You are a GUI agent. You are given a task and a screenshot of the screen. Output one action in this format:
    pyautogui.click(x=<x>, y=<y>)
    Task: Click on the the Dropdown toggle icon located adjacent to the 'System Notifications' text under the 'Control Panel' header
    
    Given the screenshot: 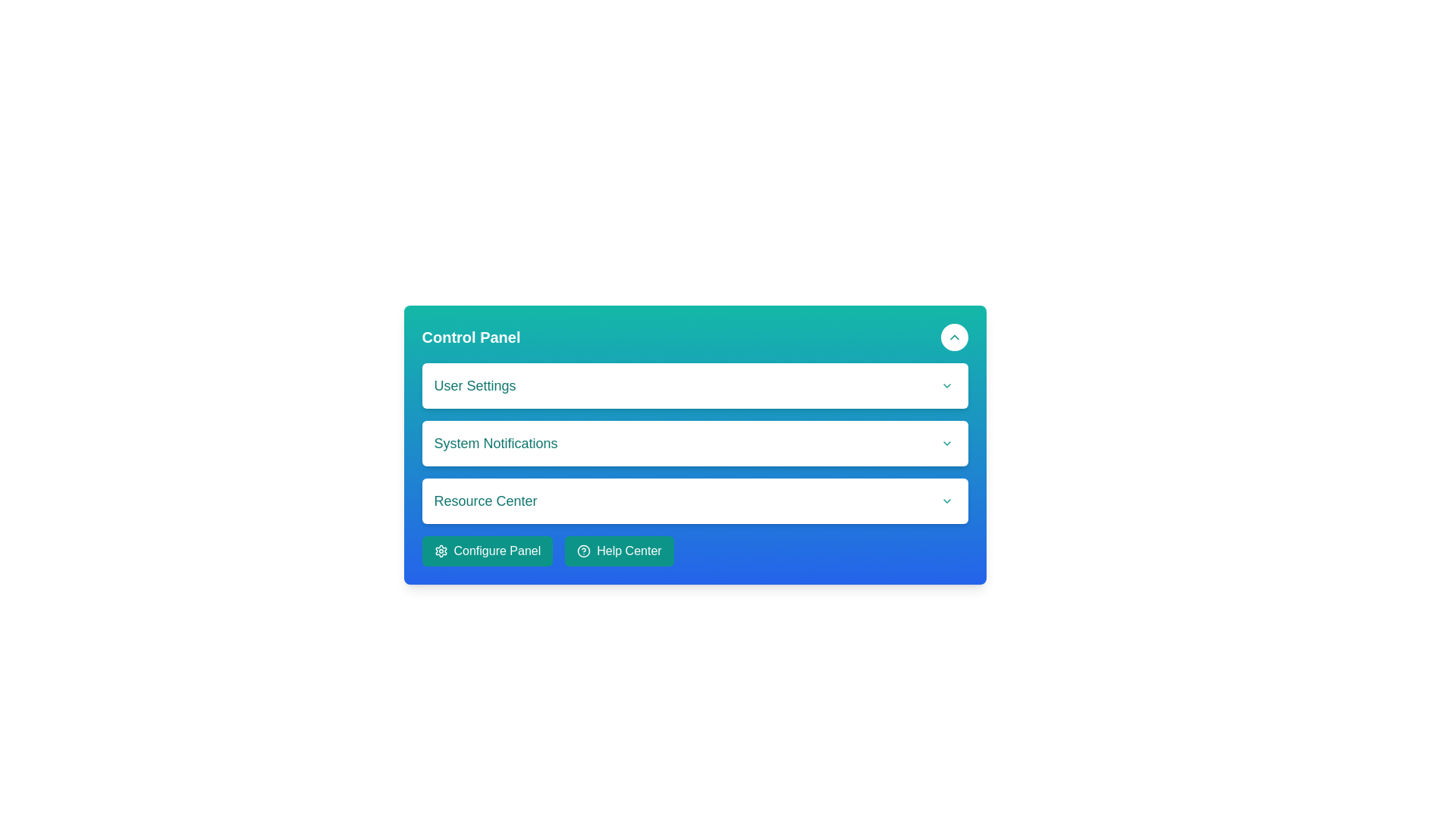 What is the action you would take?
    pyautogui.click(x=946, y=444)
    